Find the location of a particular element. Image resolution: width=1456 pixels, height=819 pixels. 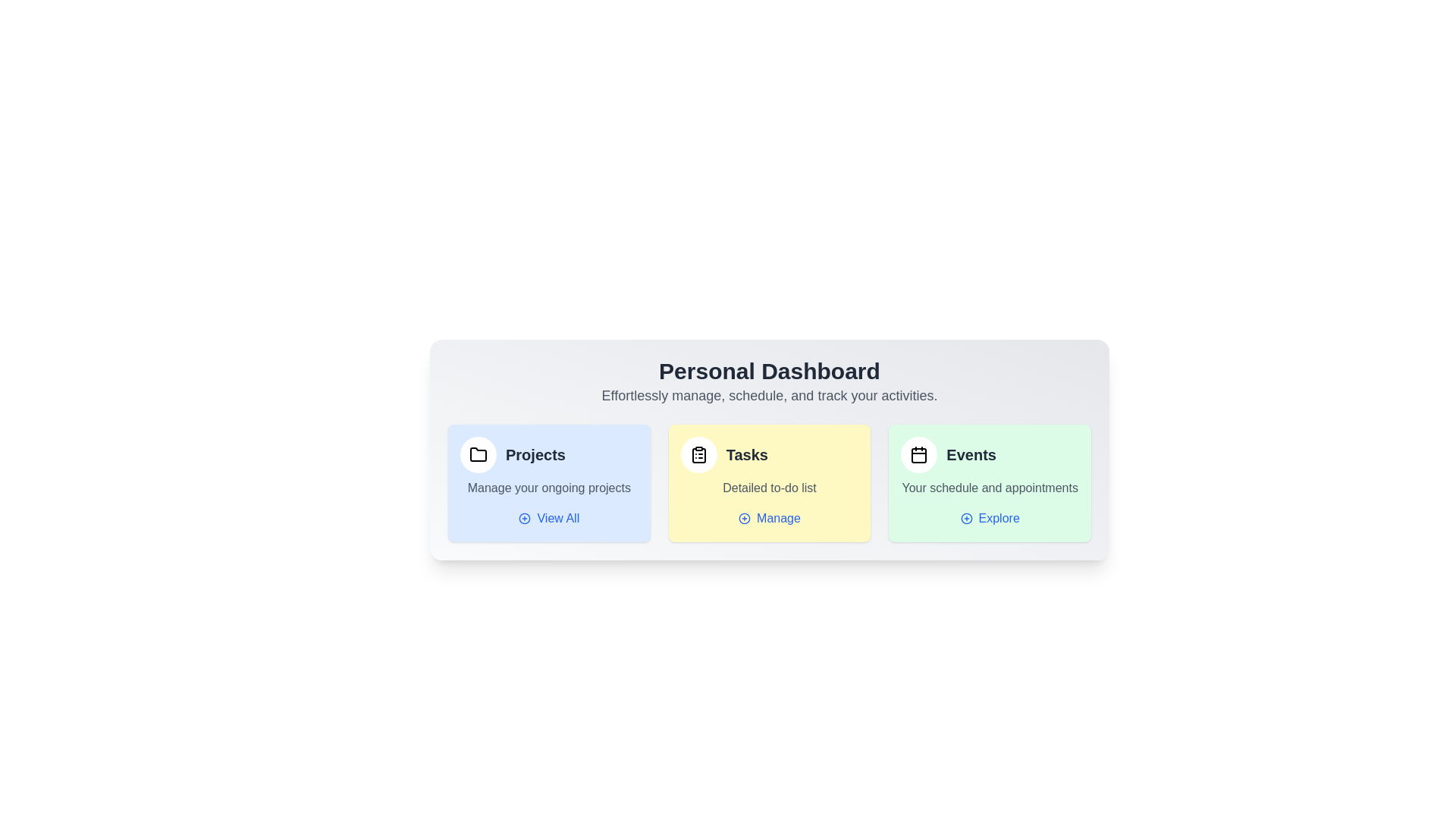

the section labeled Tasks is located at coordinates (769, 482).